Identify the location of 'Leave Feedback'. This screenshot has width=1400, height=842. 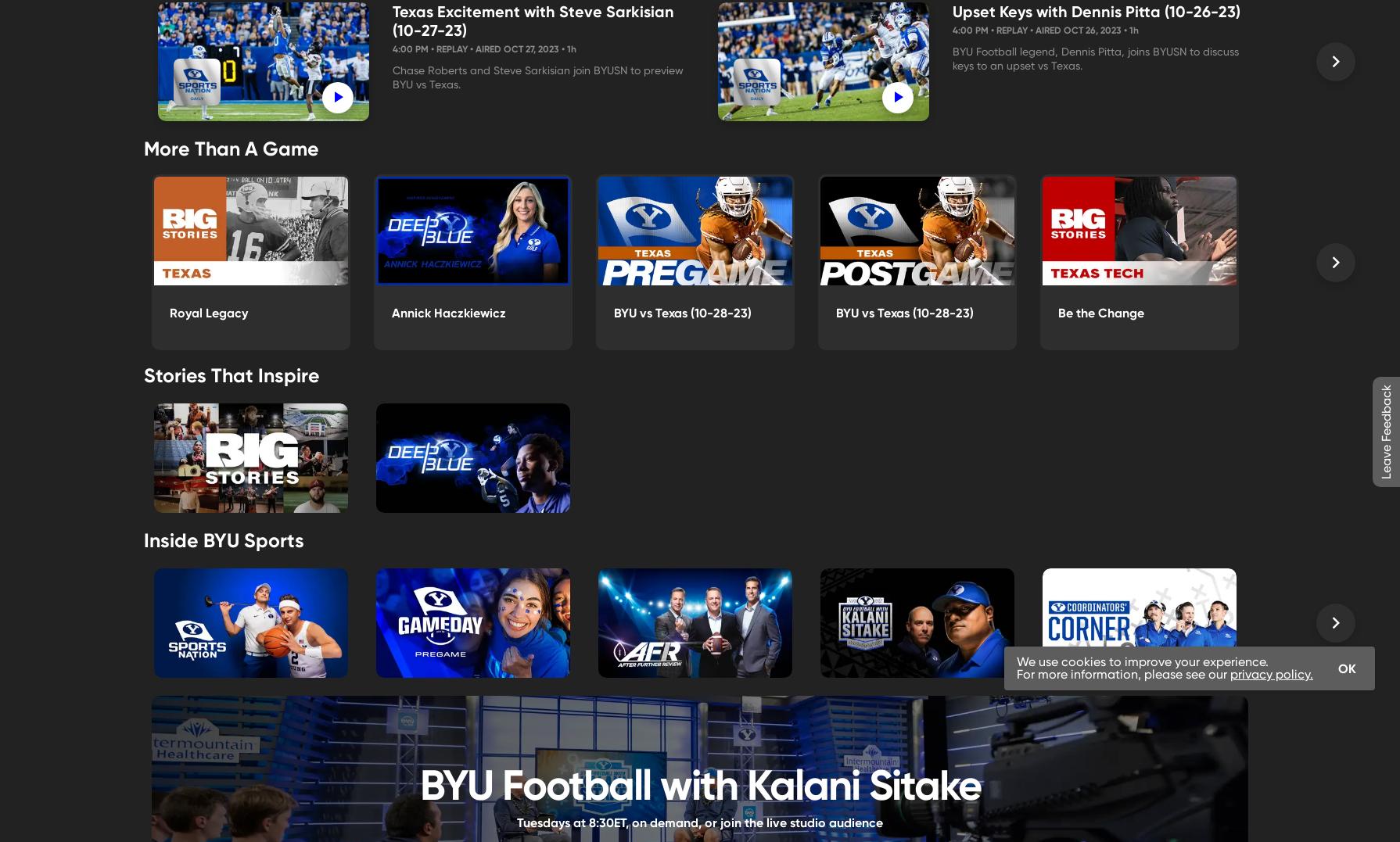
(1385, 432).